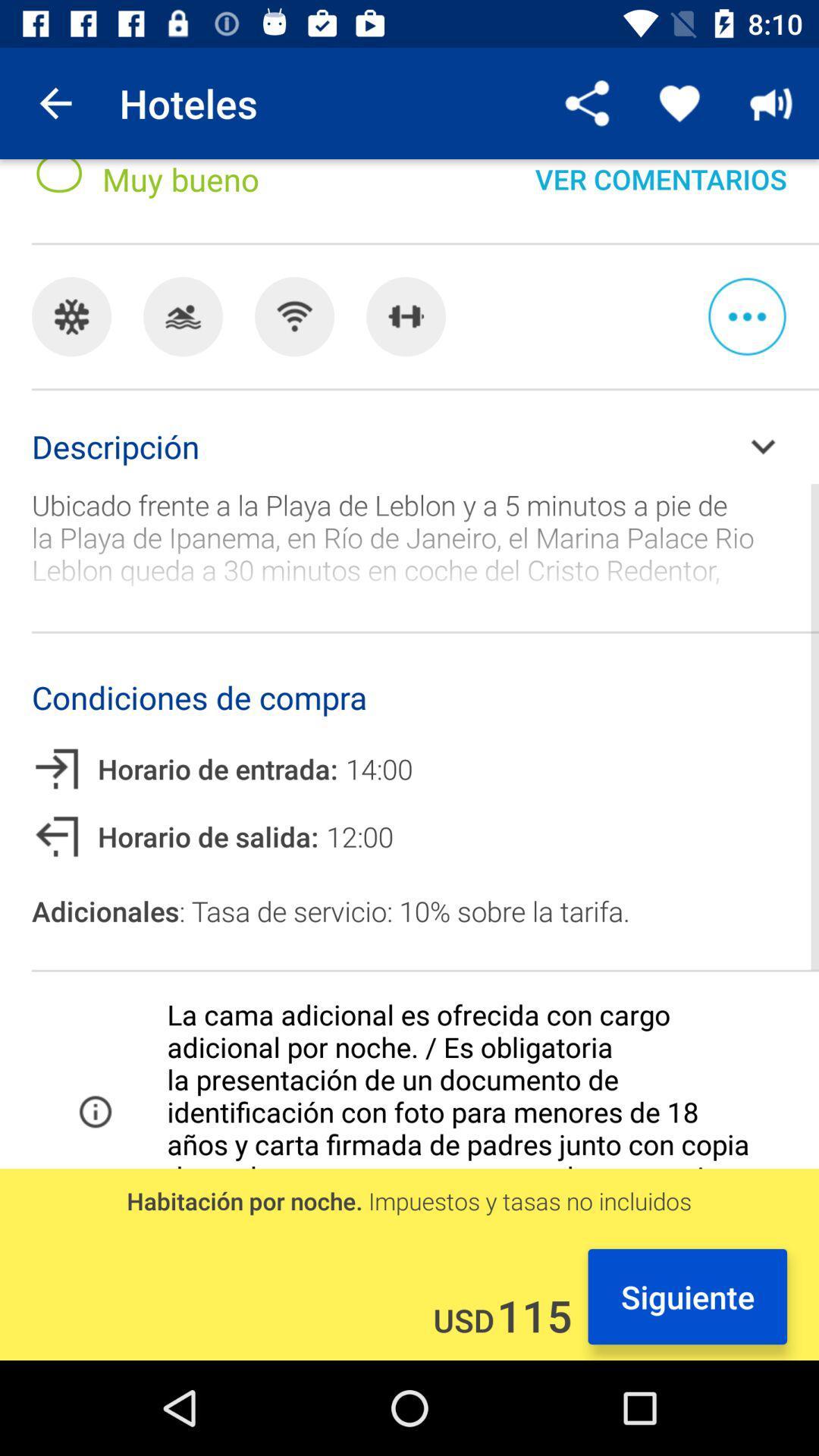 This screenshot has width=819, height=1456. Describe the element at coordinates (587, 102) in the screenshot. I see `the item above ver comentarios` at that location.